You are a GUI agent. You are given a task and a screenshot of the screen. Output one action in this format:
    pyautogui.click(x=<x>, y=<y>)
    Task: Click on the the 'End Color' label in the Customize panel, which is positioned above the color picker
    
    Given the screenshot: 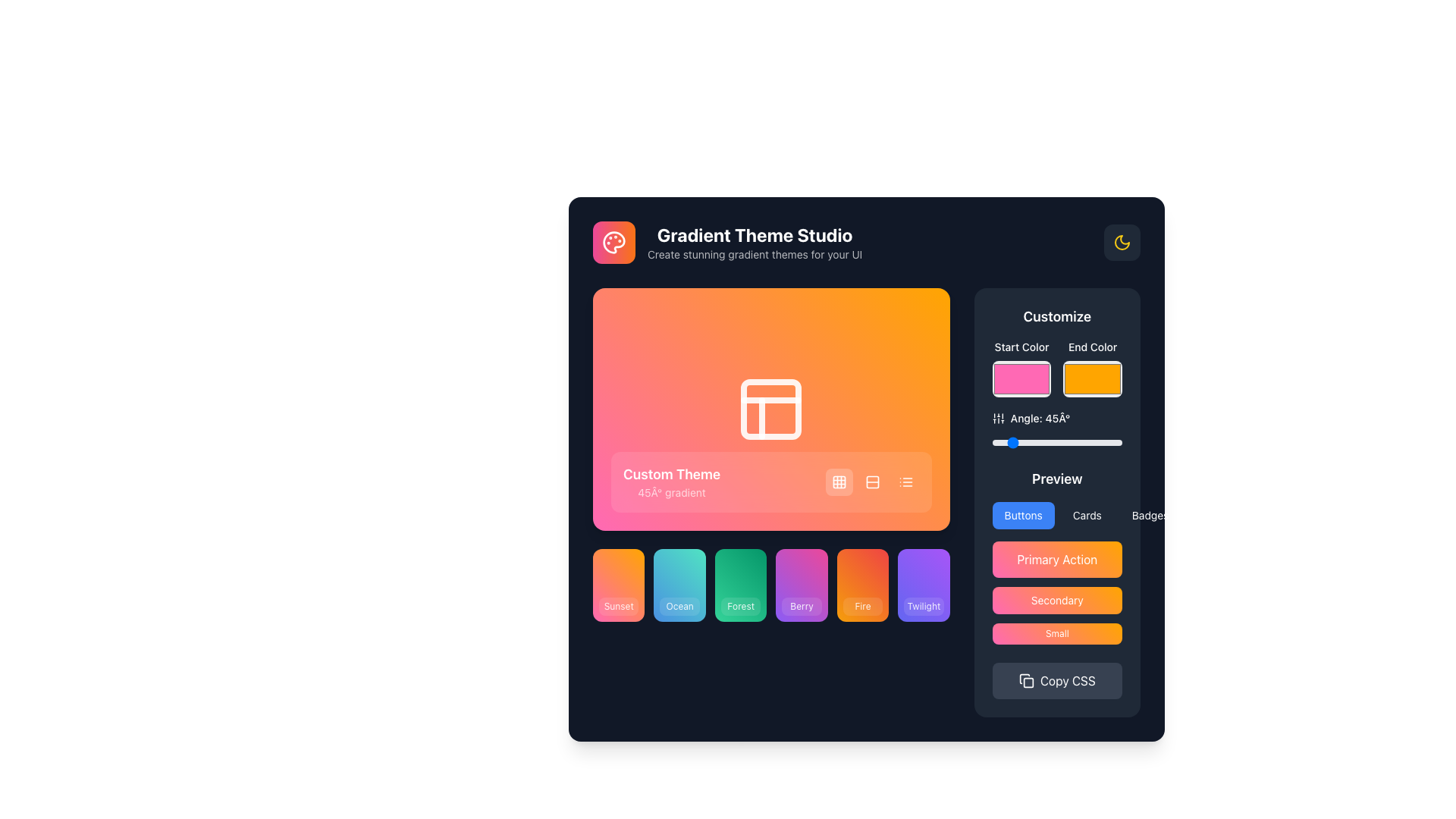 What is the action you would take?
    pyautogui.click(x=1093, y=347)
    